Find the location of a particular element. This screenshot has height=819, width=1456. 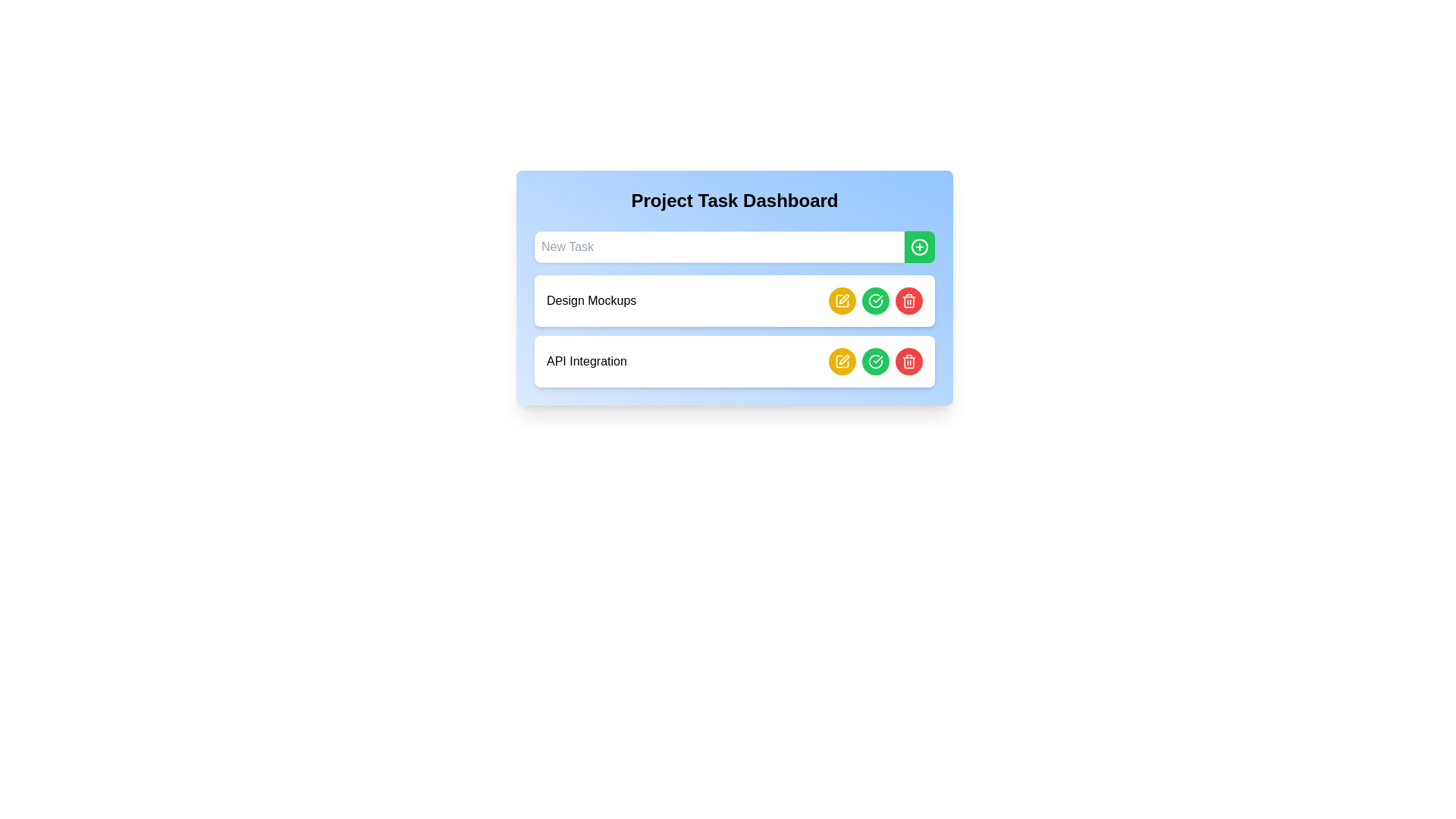

the completion button for the 'API Integration' task is located at coordinates (876, 362).